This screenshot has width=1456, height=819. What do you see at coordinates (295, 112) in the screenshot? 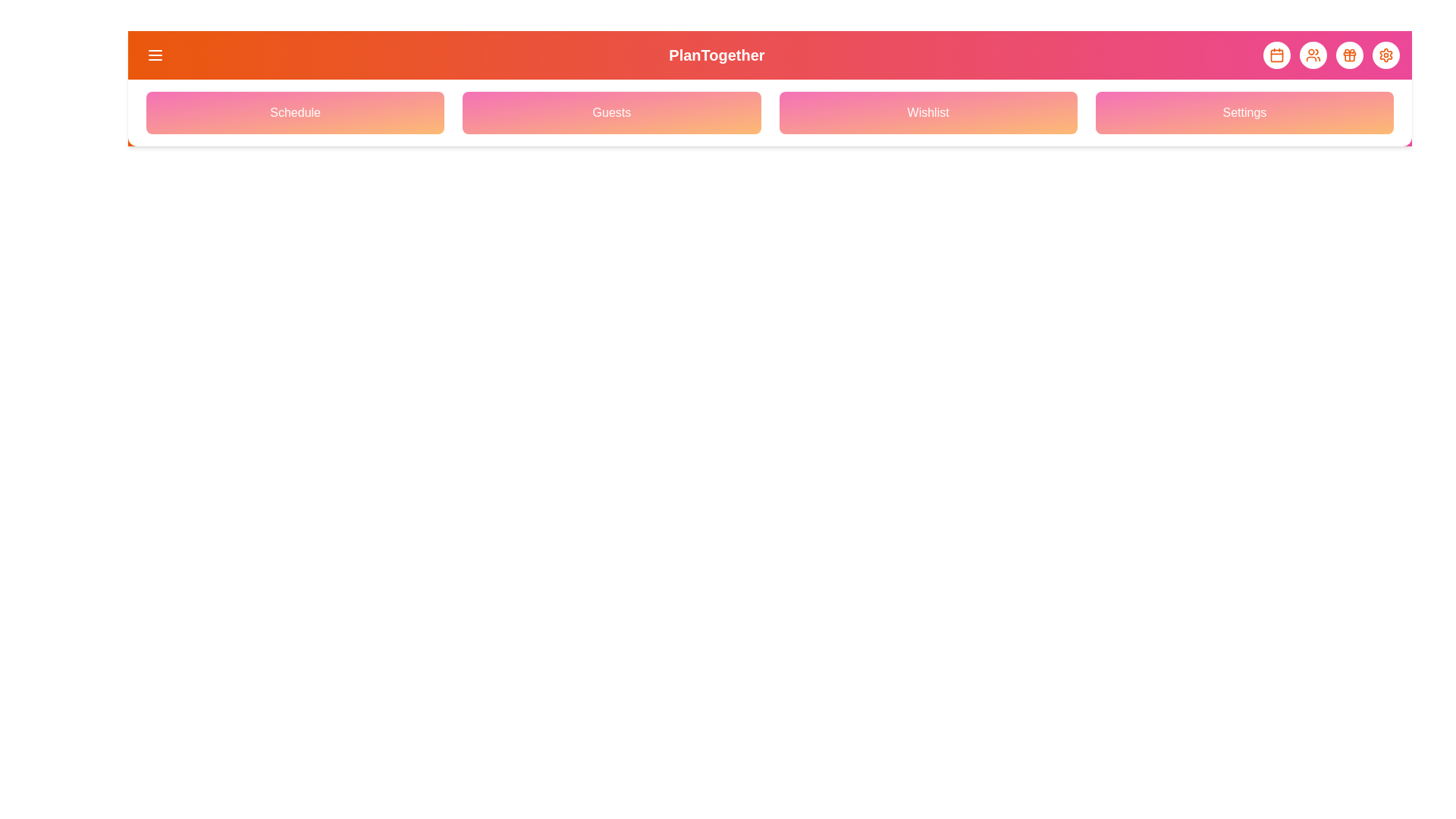
I see `the navigation menu option Schedule` at bounding box center [295, 112].